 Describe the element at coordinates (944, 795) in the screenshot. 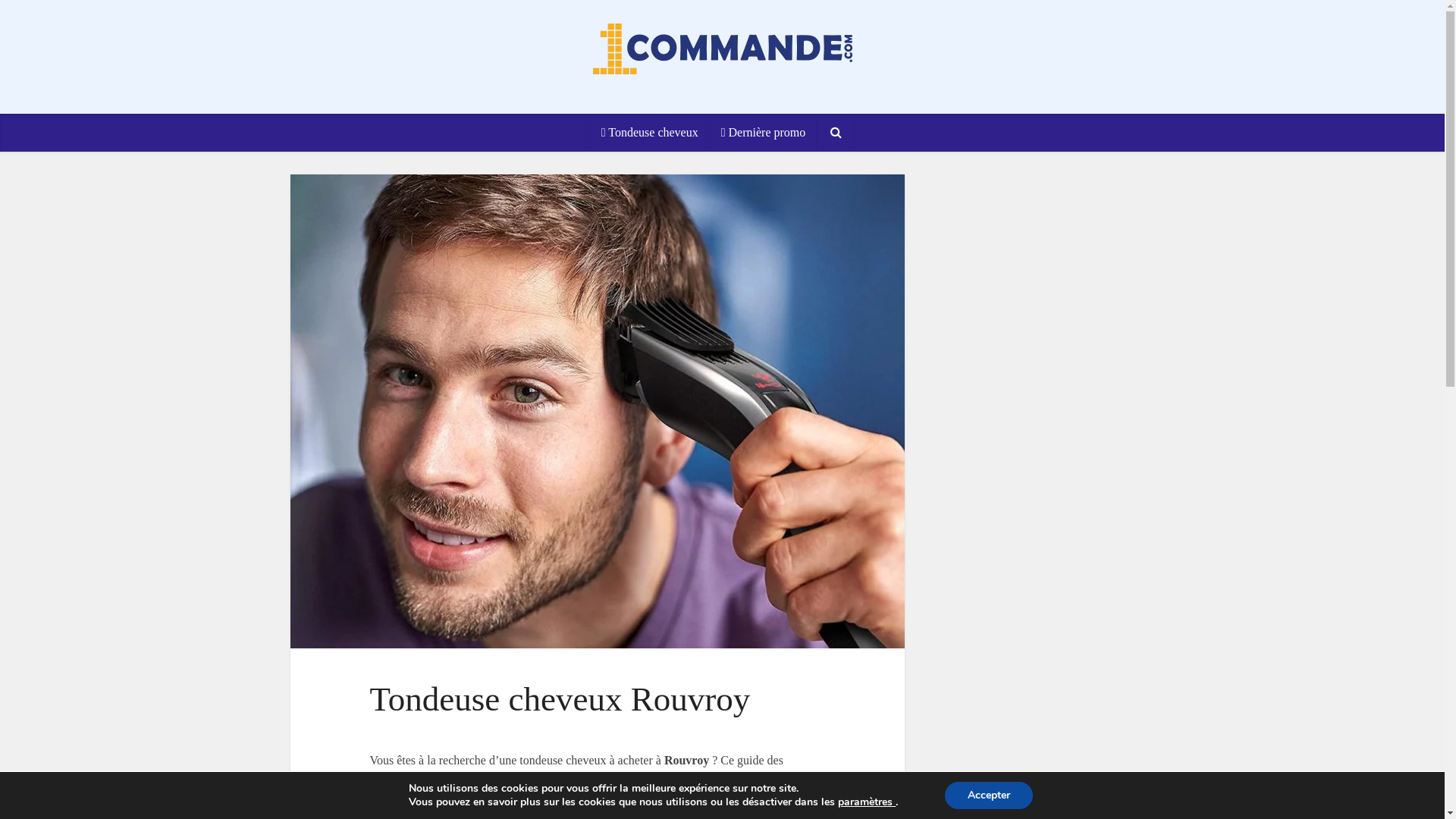

I see `'Accepter'` at that location.